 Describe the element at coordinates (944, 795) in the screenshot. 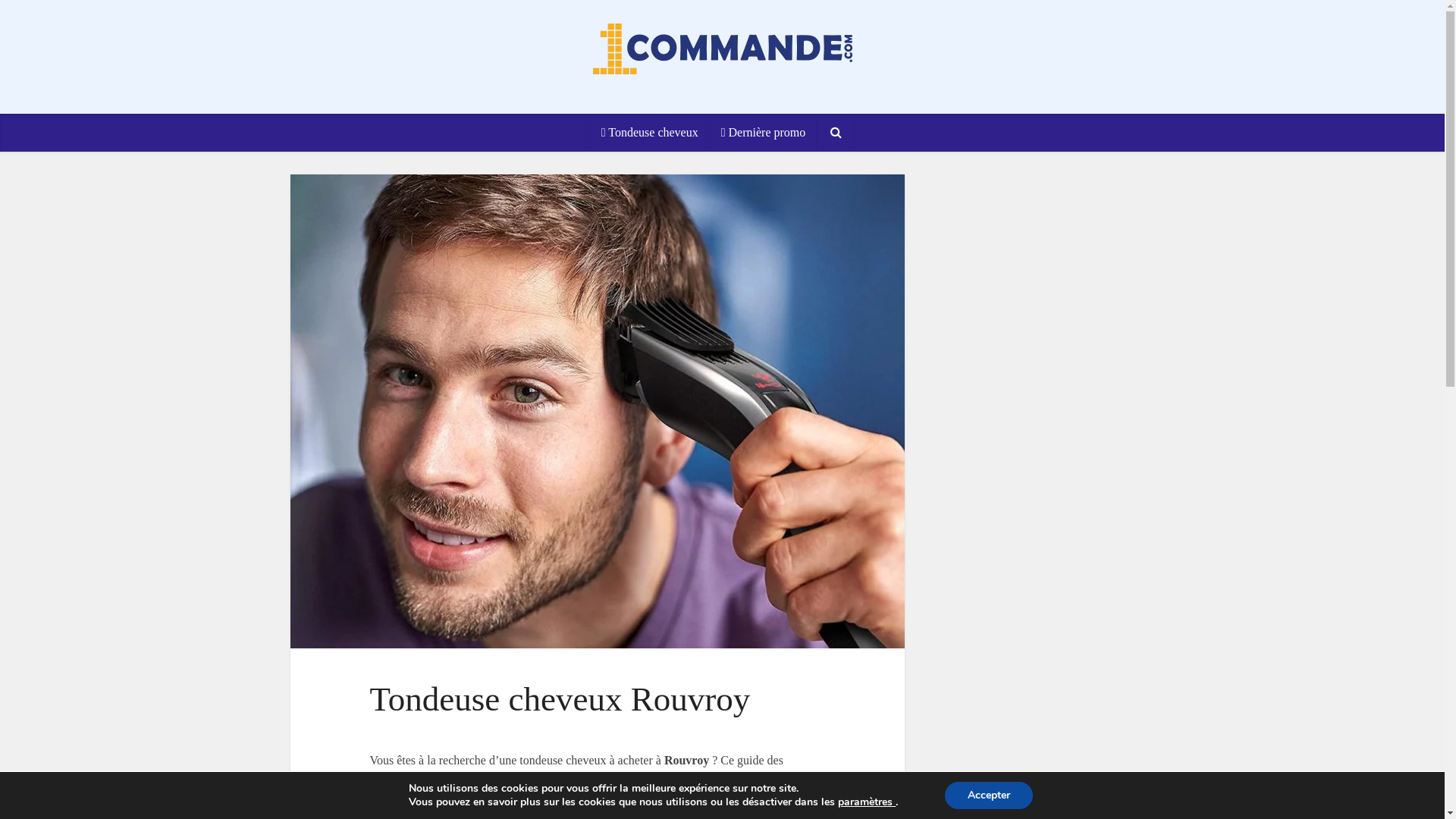

I see `'Accepter'` at that location.